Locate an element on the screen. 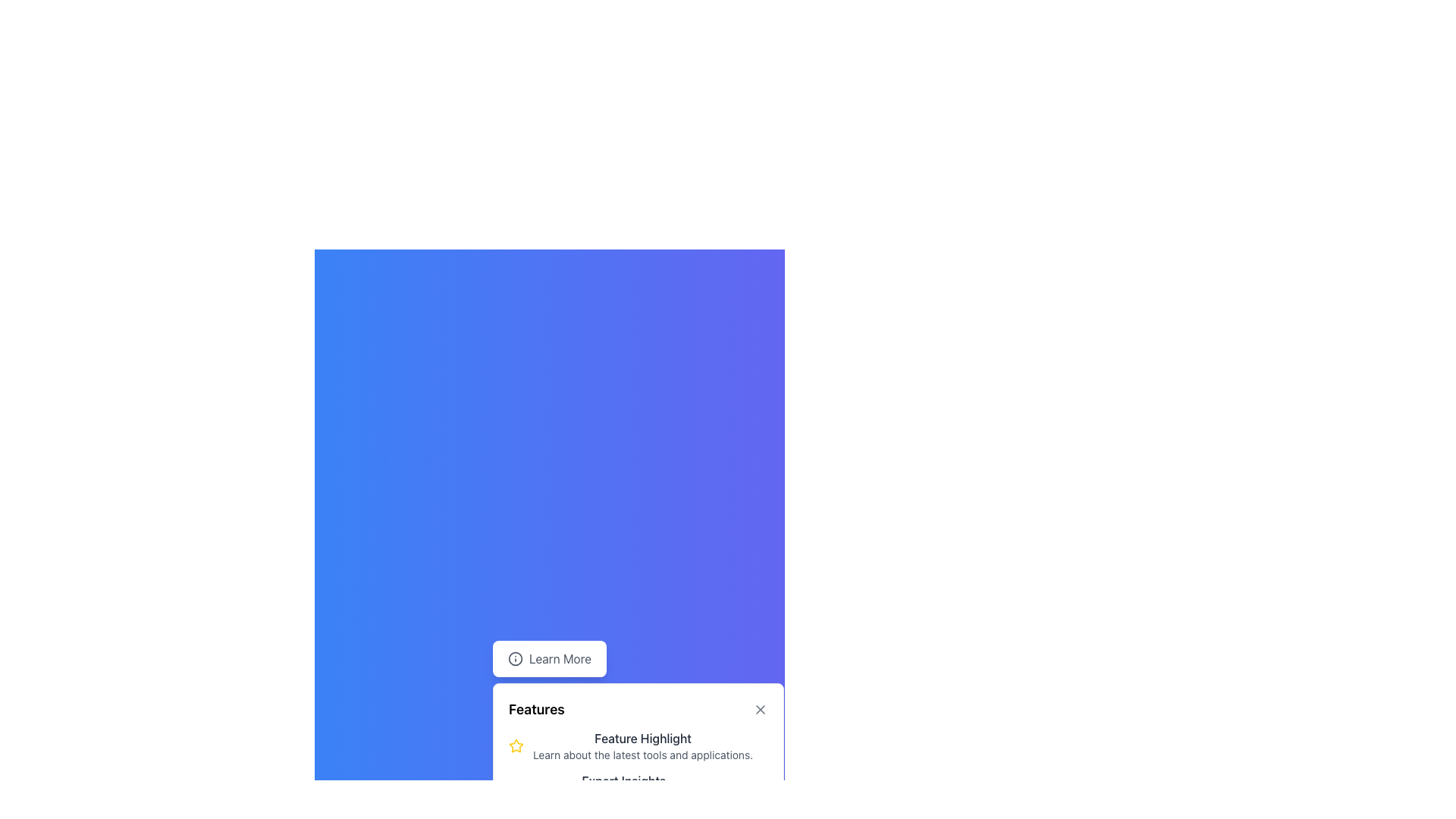 Image resolution: width=1456 pixels, height=819 pixels. the text label that reads 'Learn about the latest tools and applications.' located below the 'Feature Highlight' title in the bottom right section of the interface is located at coordinates (643, 755).